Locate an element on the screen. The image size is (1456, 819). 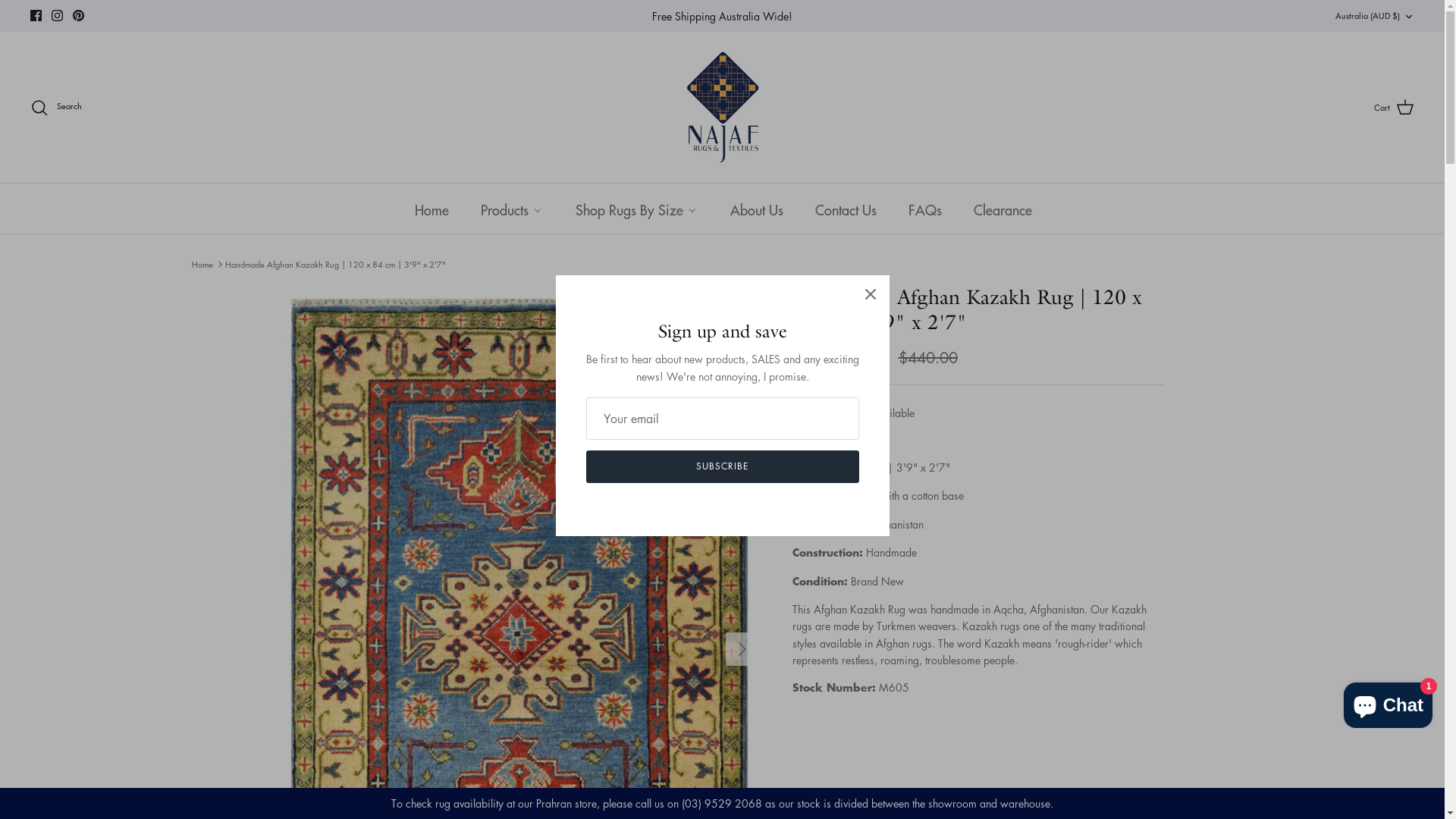
'Contact Us' is located at coordinates (843, 208).